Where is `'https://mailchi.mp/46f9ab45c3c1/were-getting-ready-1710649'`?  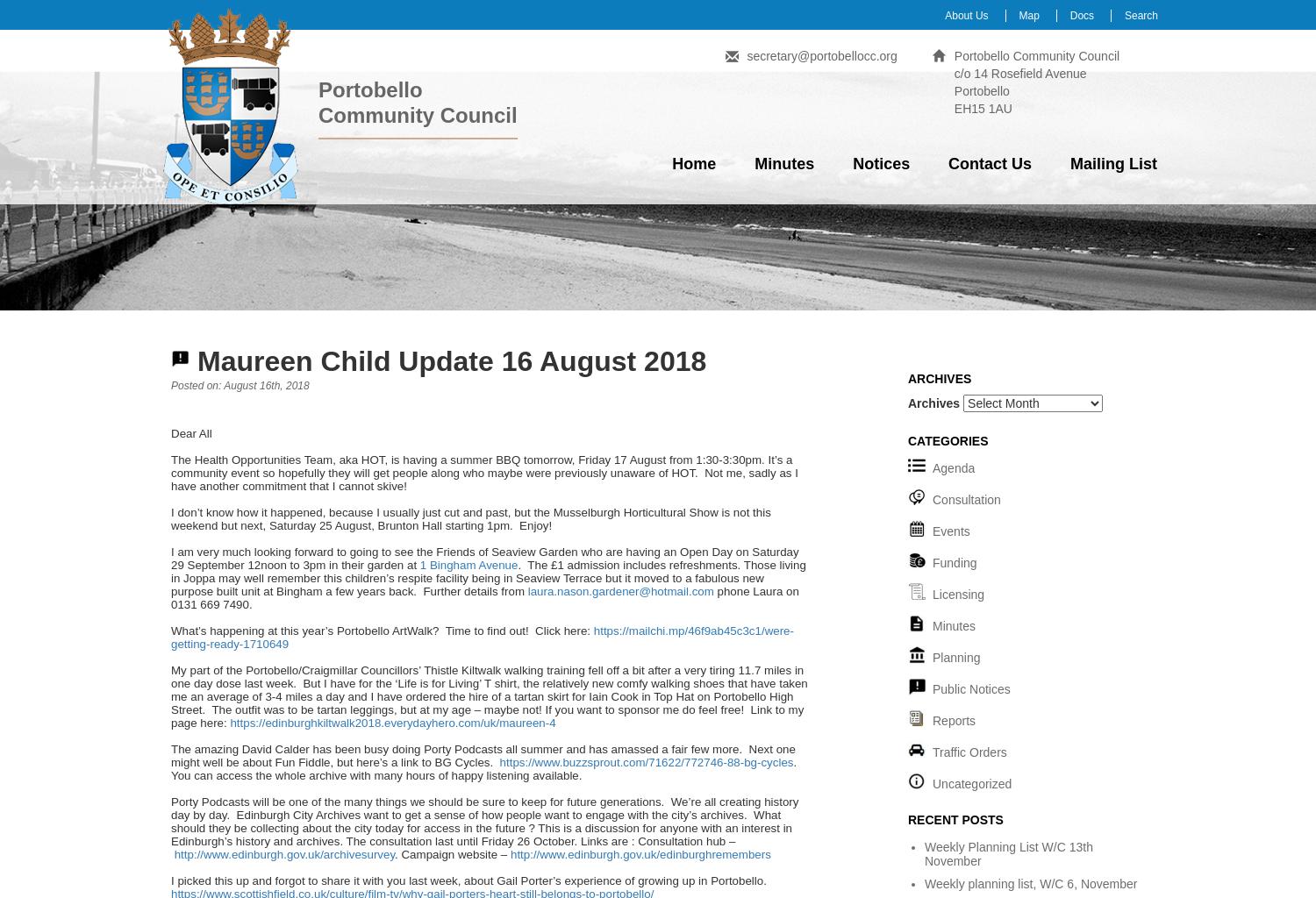 'https://mailchi.mp/46f9ab45c3c1/were-getting-ready-1710649' is located at coordinates (482, 637).